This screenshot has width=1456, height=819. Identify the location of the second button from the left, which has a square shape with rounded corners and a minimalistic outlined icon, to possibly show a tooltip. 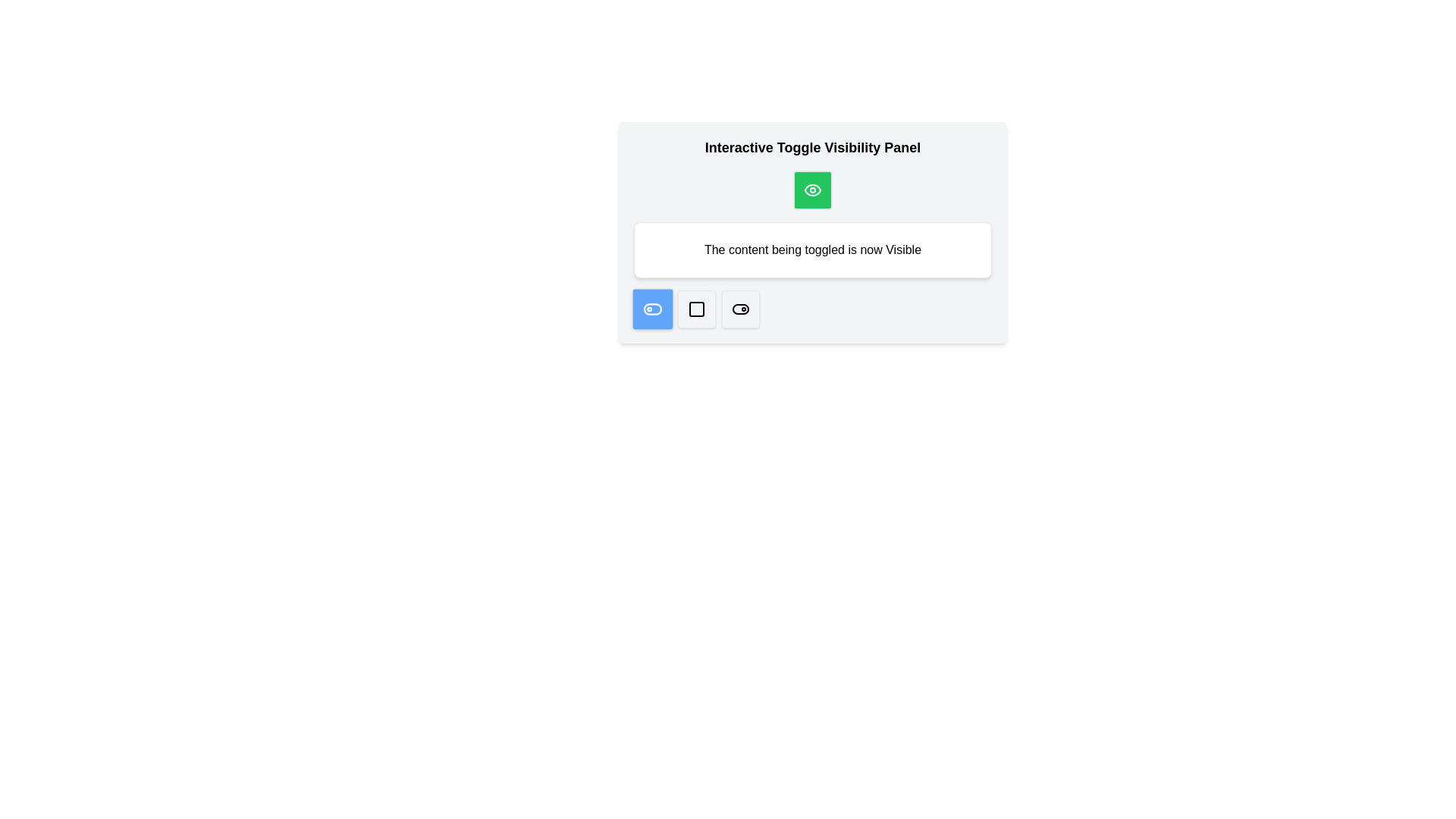
(695, 309).